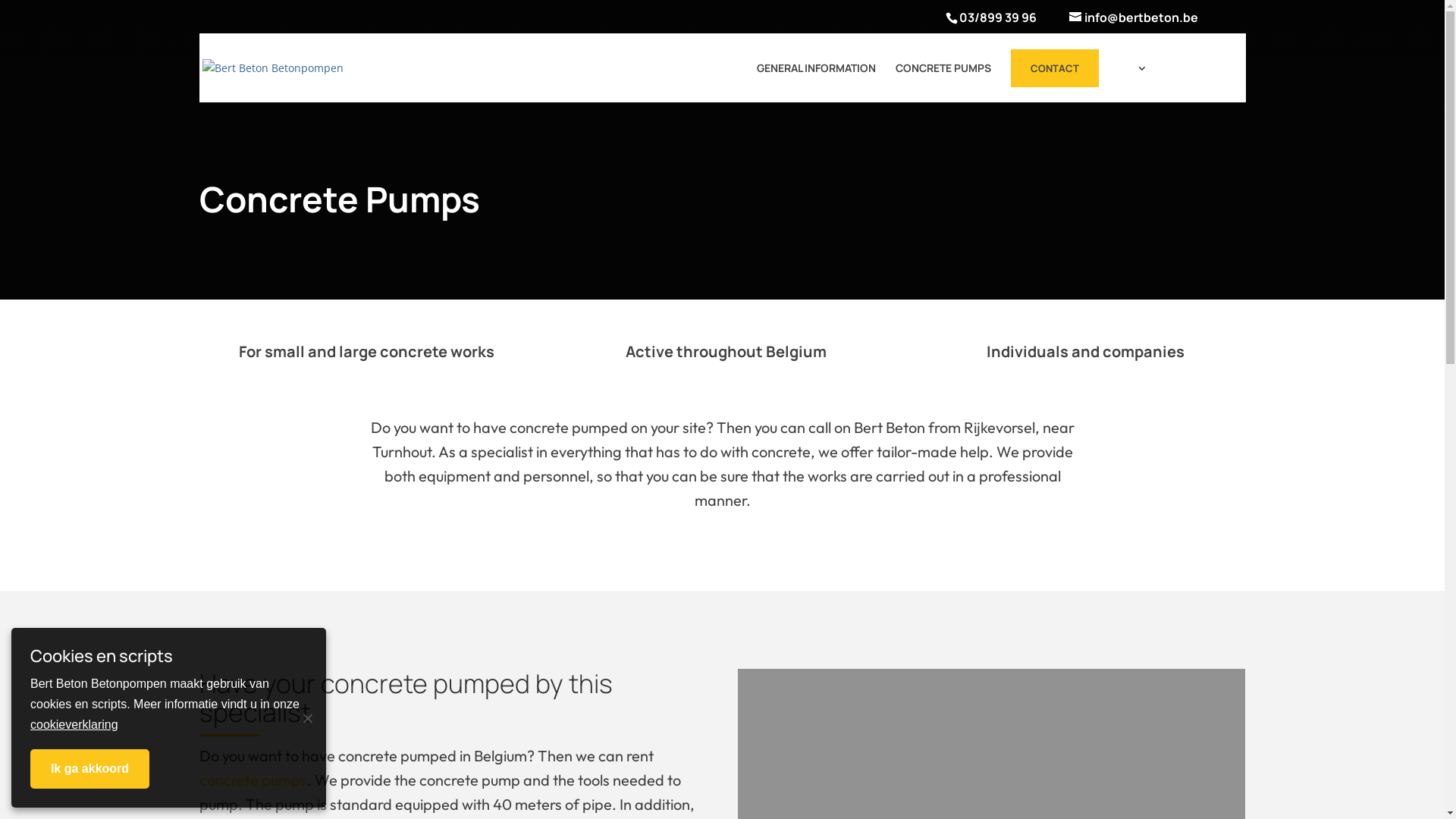  What do you see at coordinates (1053, 67) in the screenshot?
I see `'CONTACT'` at bounding box center [1053, 67].